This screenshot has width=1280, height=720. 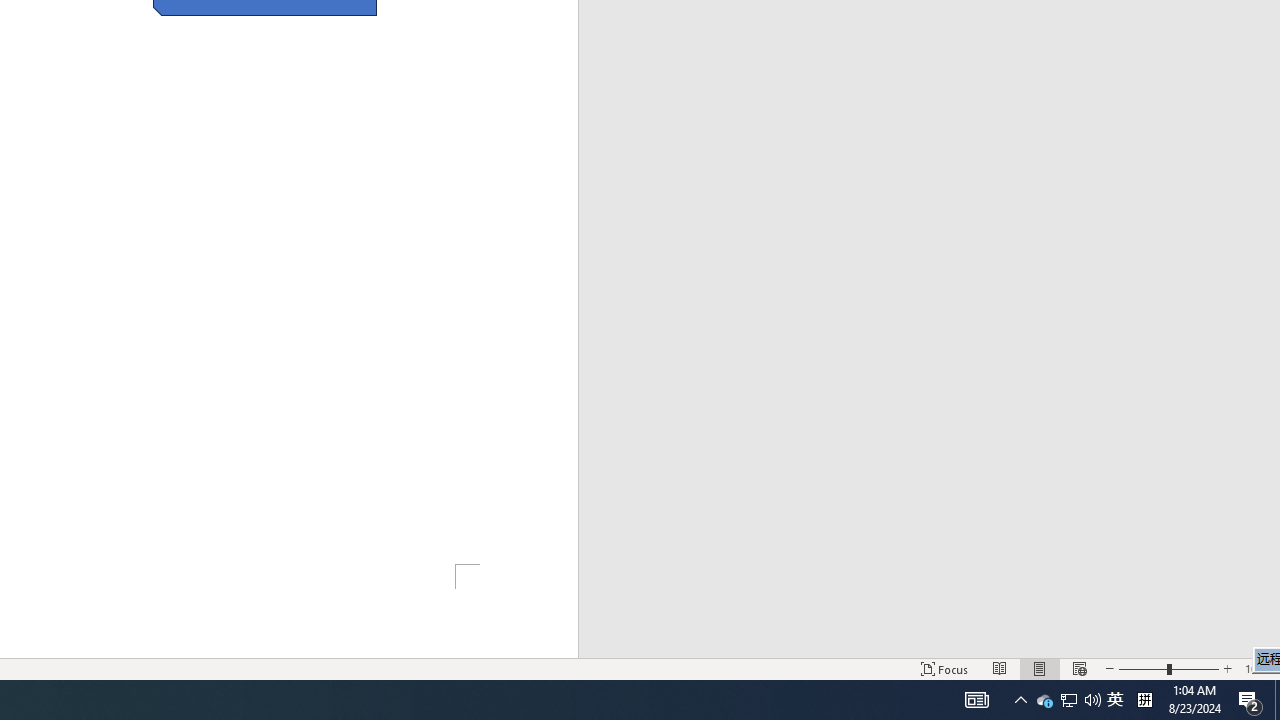 I want to click on 'Tray Input Indicator - Chinese (Simplified, China)', so click(x=1144, y=698).